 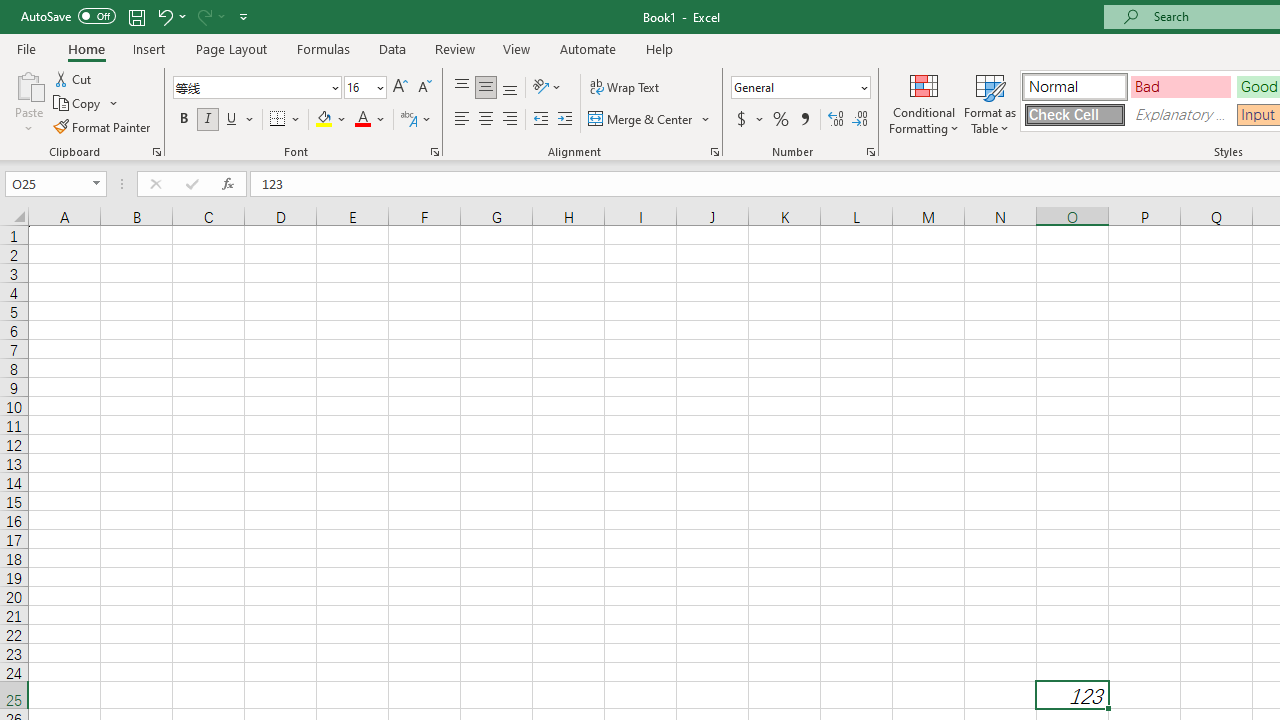 I want to click on 'Number Format', so click(x=793, y=86).